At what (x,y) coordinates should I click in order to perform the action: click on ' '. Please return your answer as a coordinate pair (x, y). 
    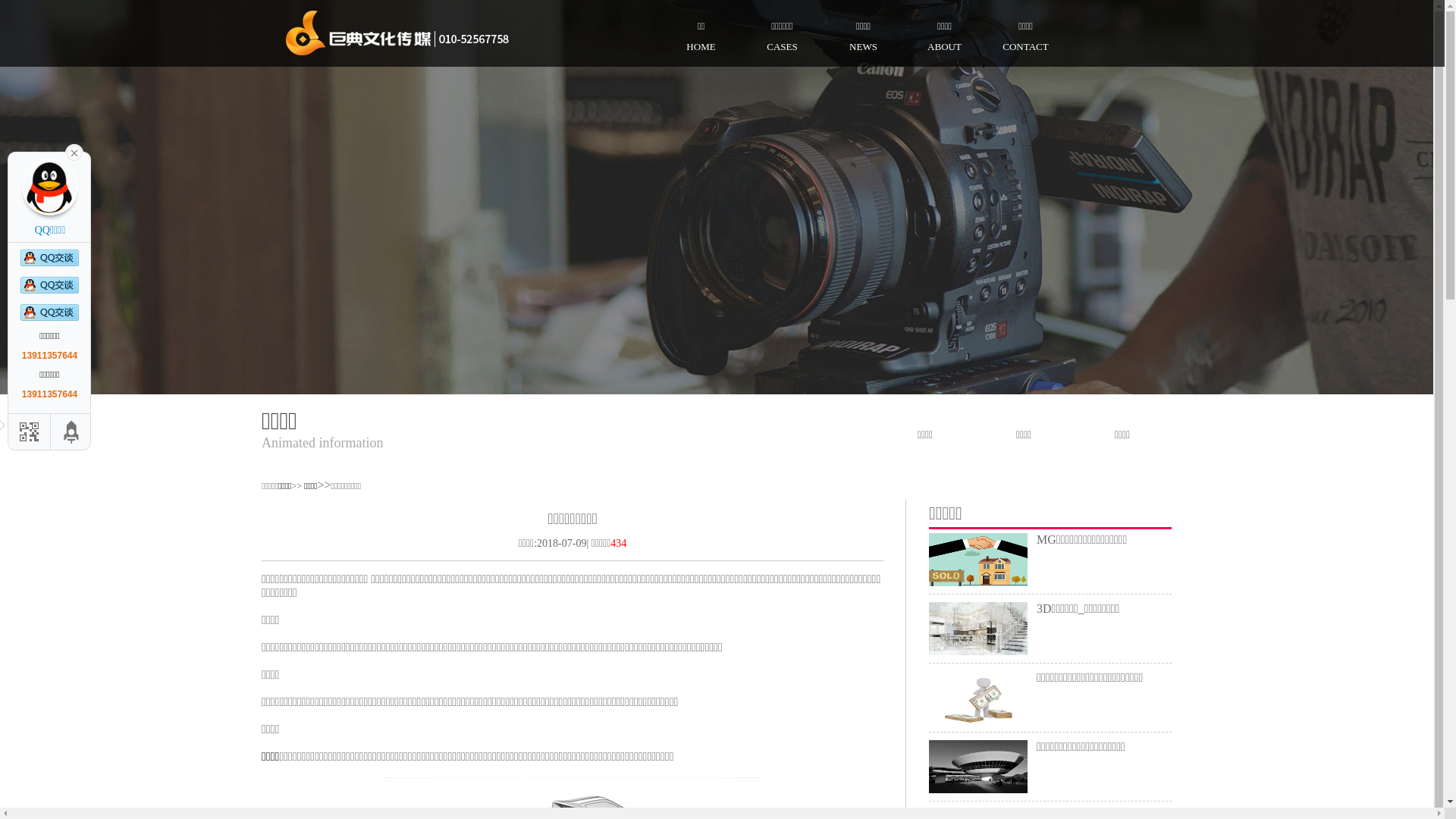
    Looking at the image, I should click on (73, 152).